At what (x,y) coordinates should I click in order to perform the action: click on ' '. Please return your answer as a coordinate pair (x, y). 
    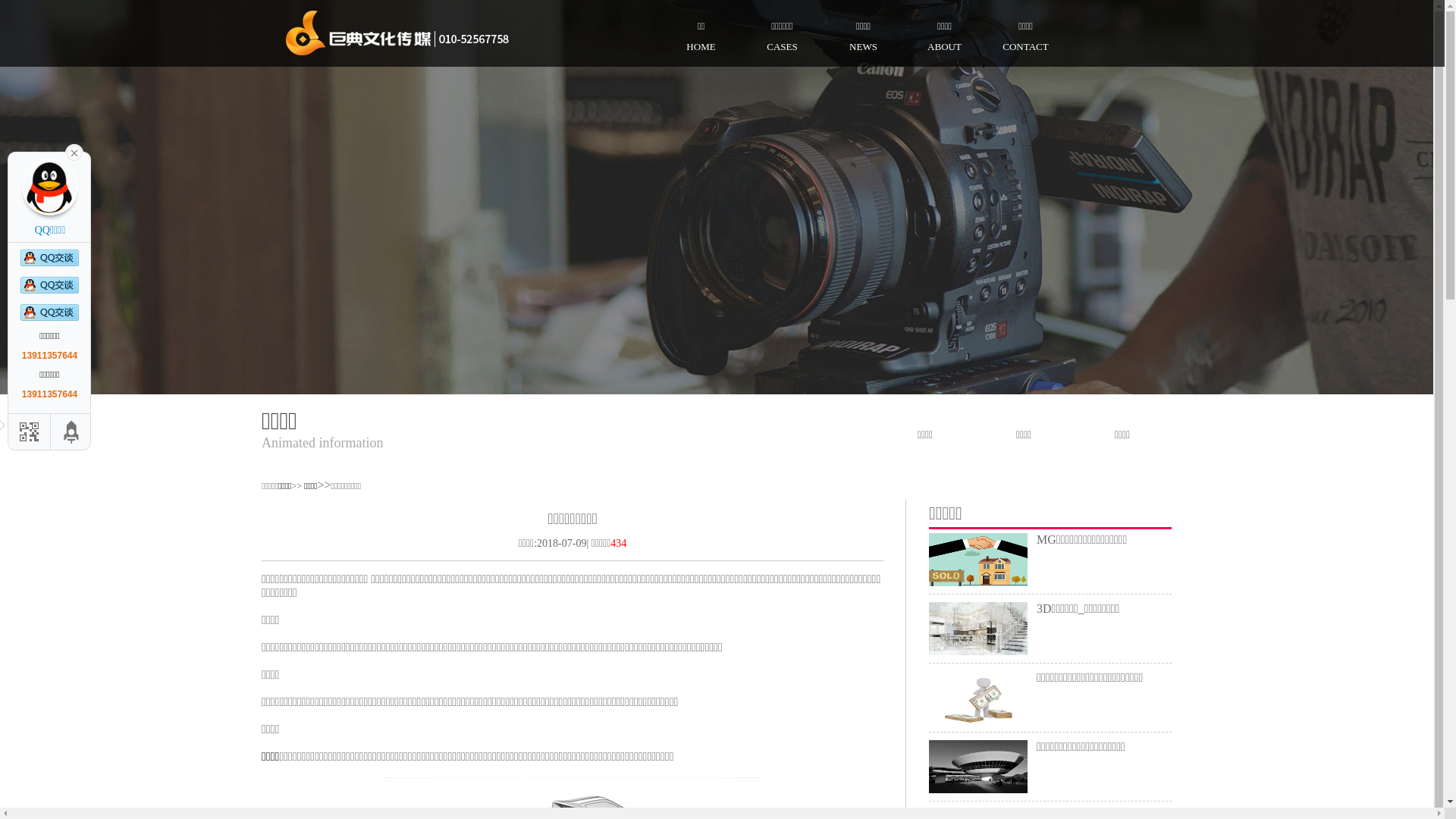
    Looking at the image, I should click on (73, 152).